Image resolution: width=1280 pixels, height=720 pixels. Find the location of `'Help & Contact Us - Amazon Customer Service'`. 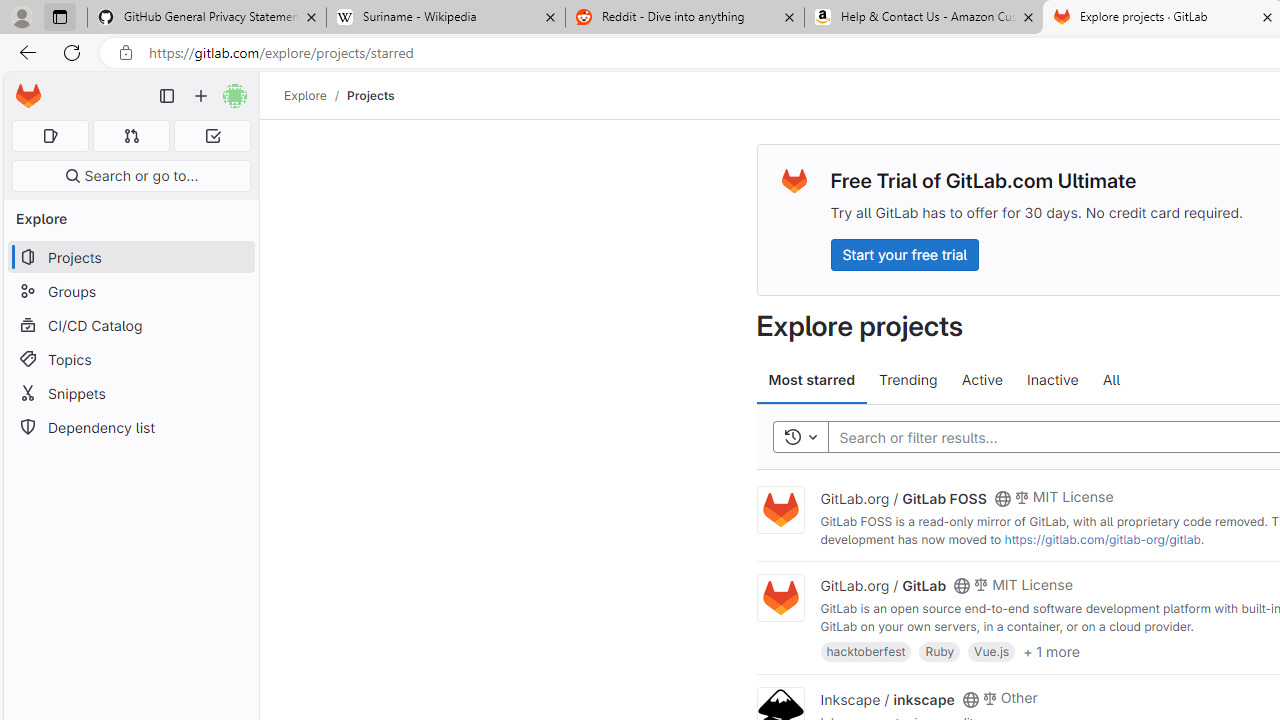

'Help & Contact Us - Amazon Customer Service' is located at coordinates (923, 17).